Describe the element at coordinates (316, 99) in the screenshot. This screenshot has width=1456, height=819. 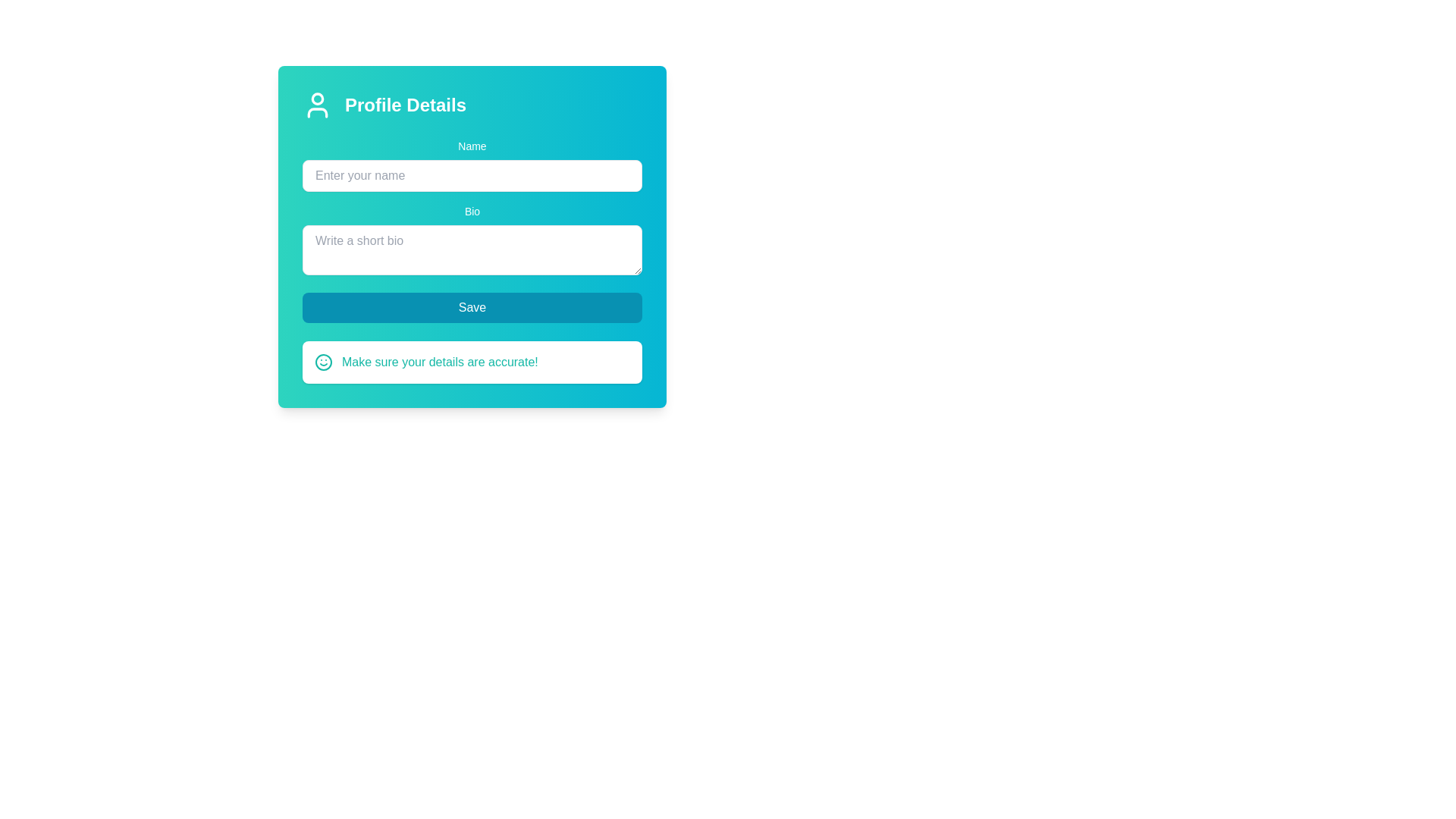
I see `the small circular graphical element representing the user profile image located at the top left of the 'Profile Details' panel` at that location.